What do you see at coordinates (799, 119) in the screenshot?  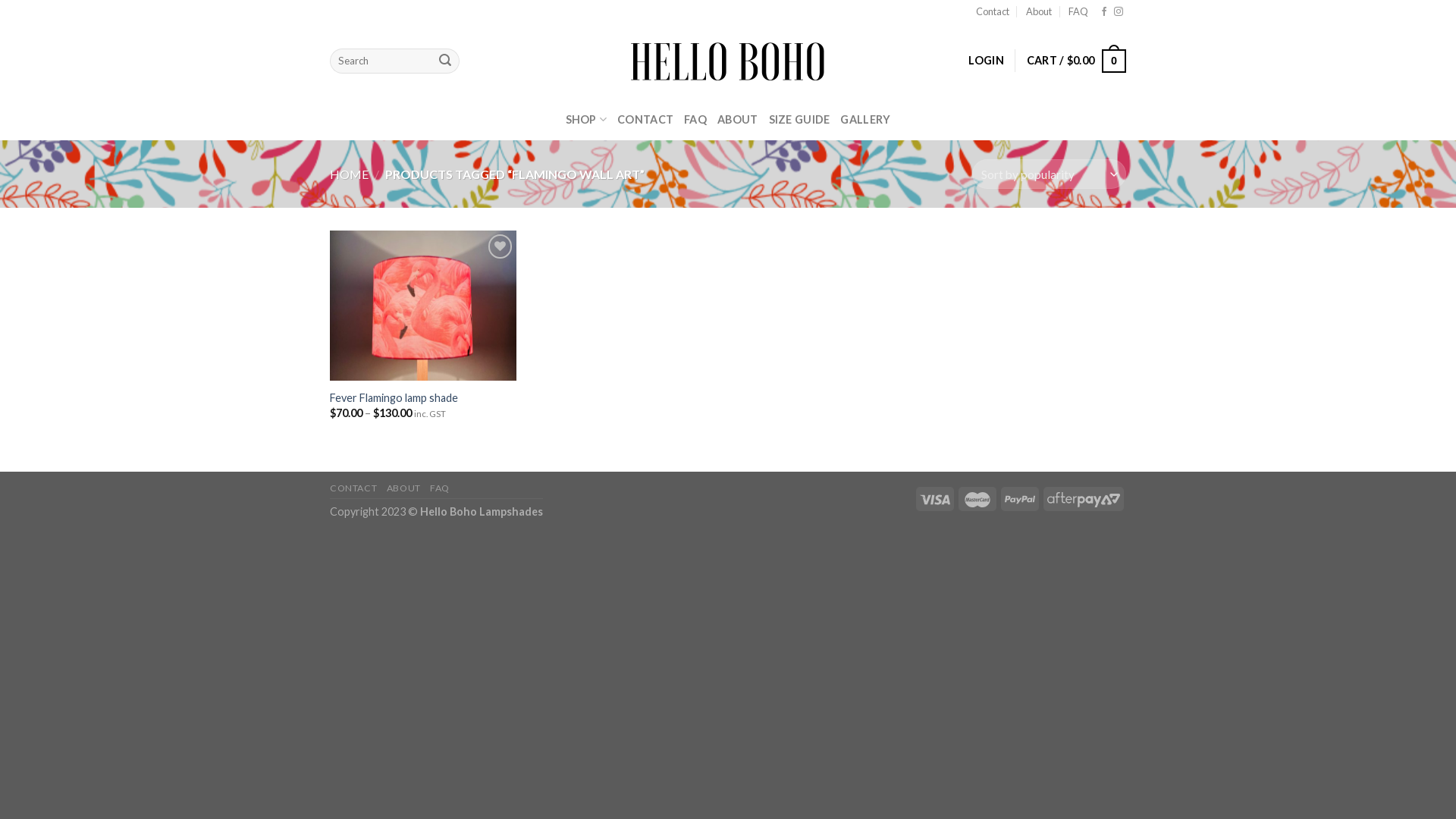 I see `'SIZE GUIDE'` at bounding box center [799, 119].